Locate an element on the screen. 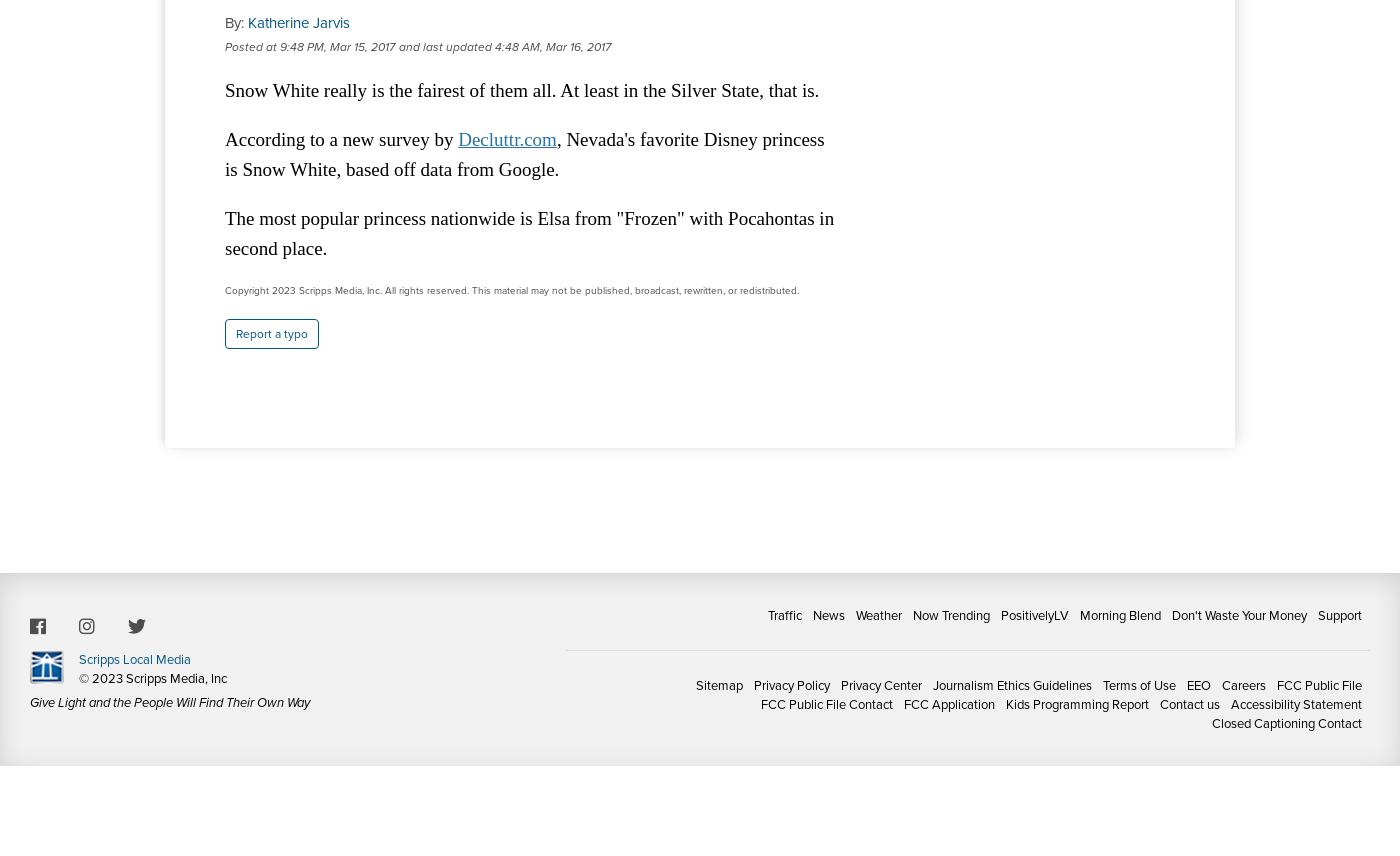 The width and height of the screenshot is (1400, 856). 'Don't Waste Your Money' is located at coordinates (1239, 614).